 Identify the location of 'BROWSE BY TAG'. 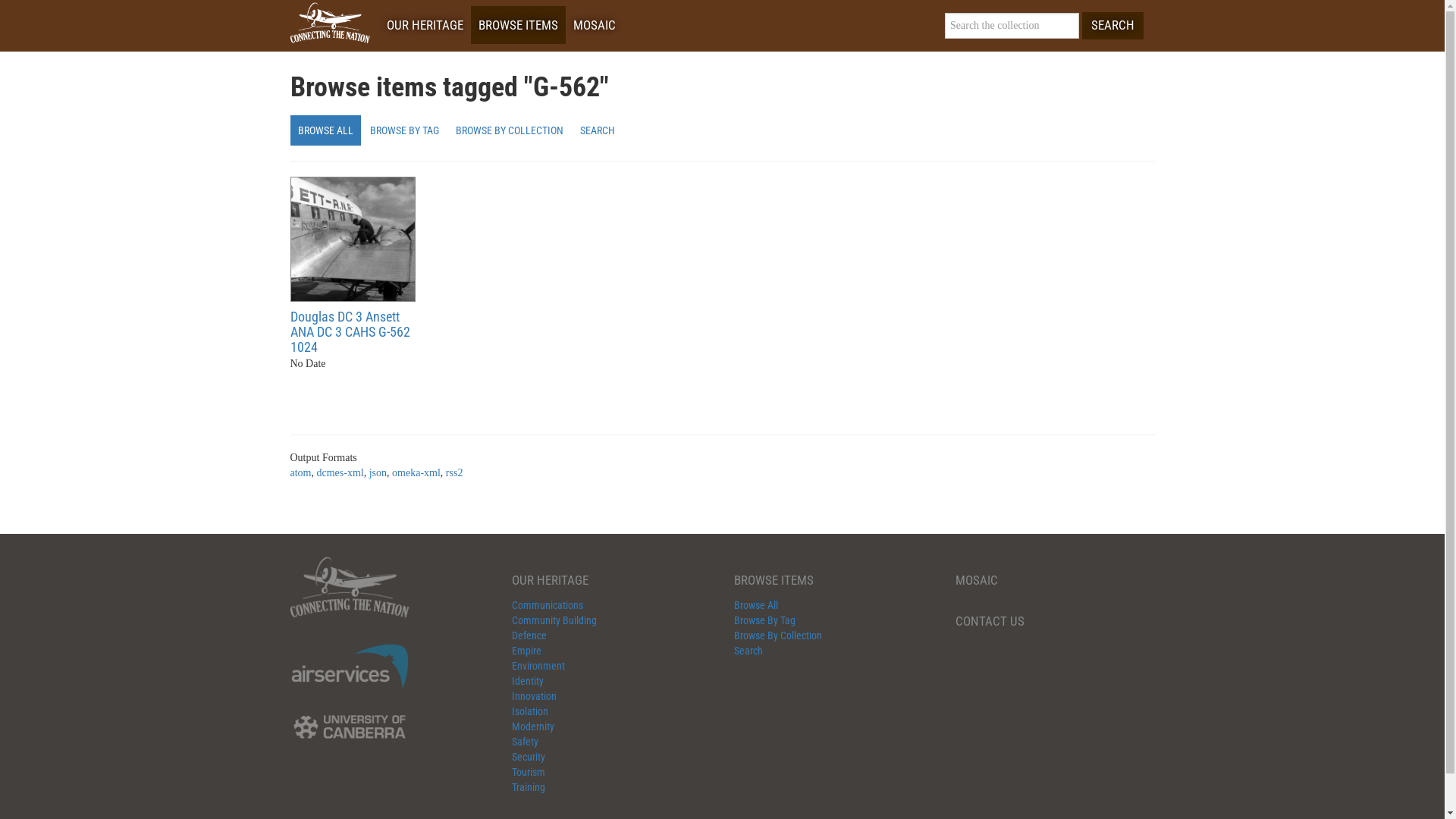
(404, 130).